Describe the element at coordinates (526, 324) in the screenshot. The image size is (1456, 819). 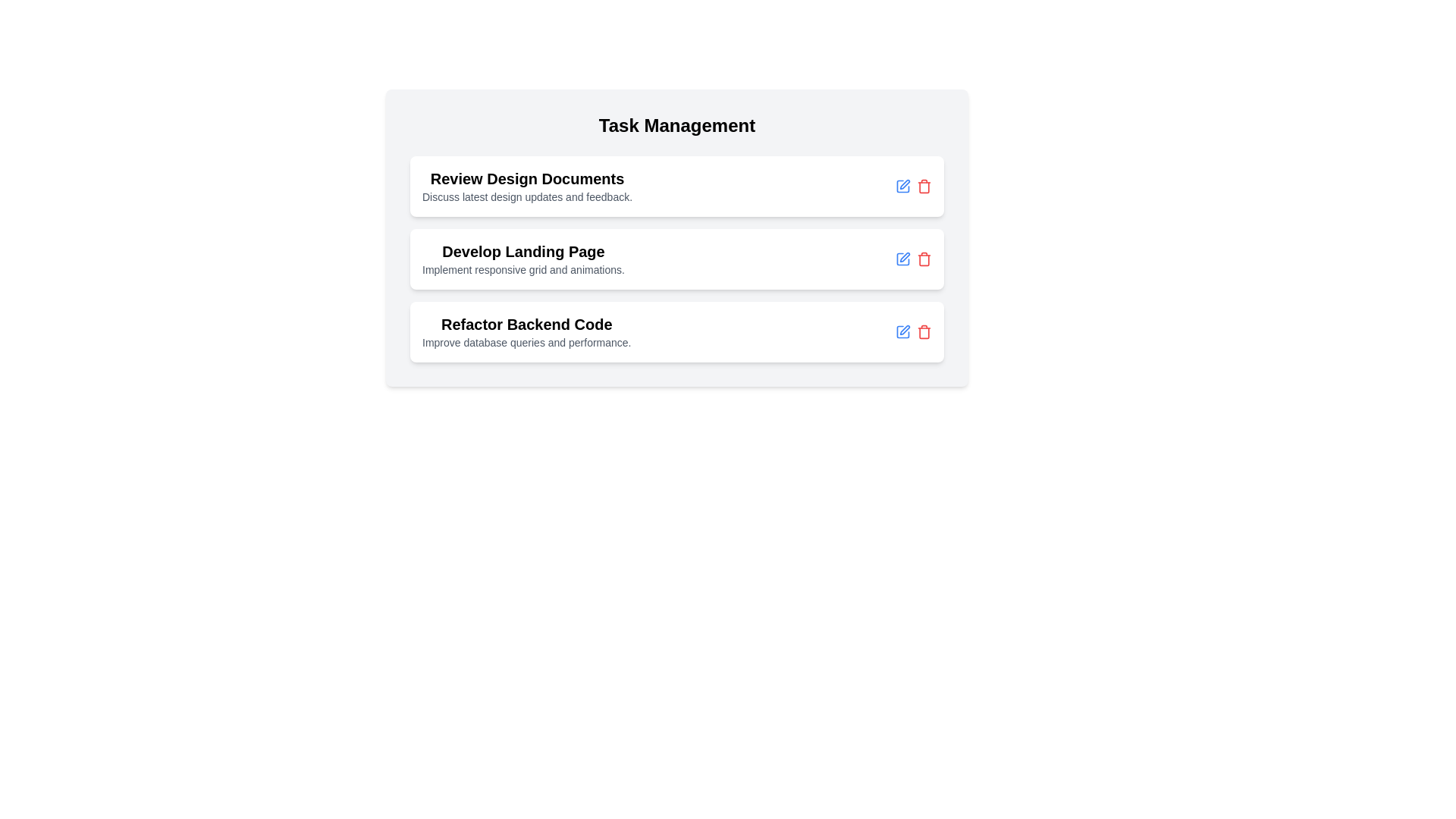
I see `the title text element that serves as the task's objective, located in the third position of a vertically stacked list of tasks` at that location.